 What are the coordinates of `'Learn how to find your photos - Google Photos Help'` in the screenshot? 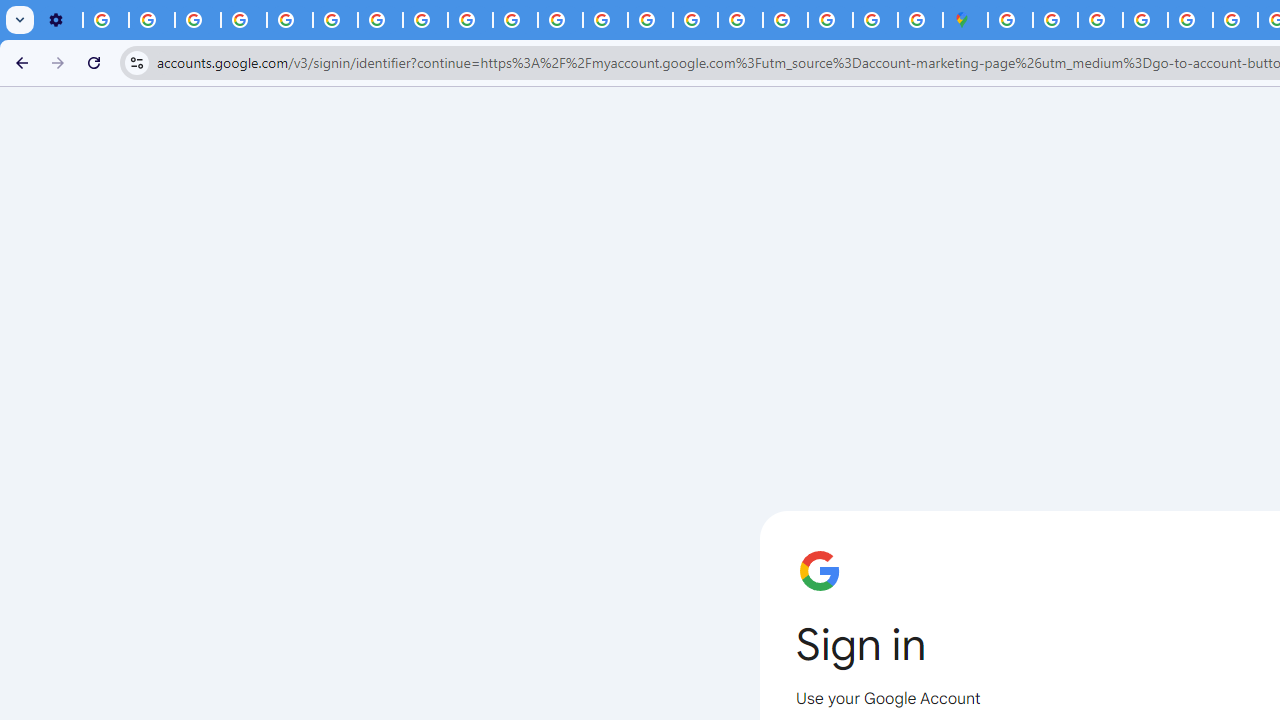 It's located at (151, 20).